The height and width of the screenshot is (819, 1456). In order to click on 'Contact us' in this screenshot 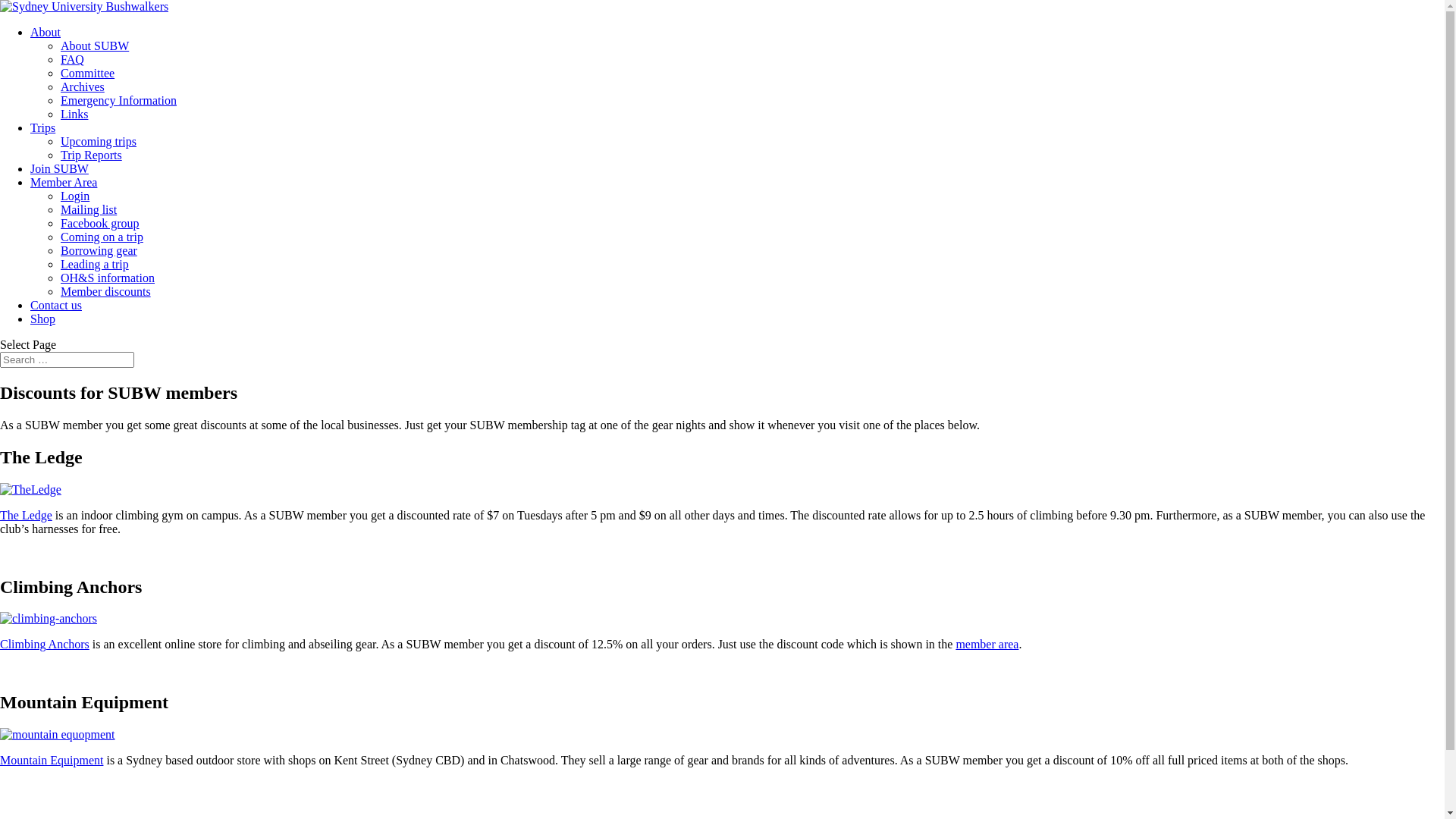, I will do `click(55, 305)`.